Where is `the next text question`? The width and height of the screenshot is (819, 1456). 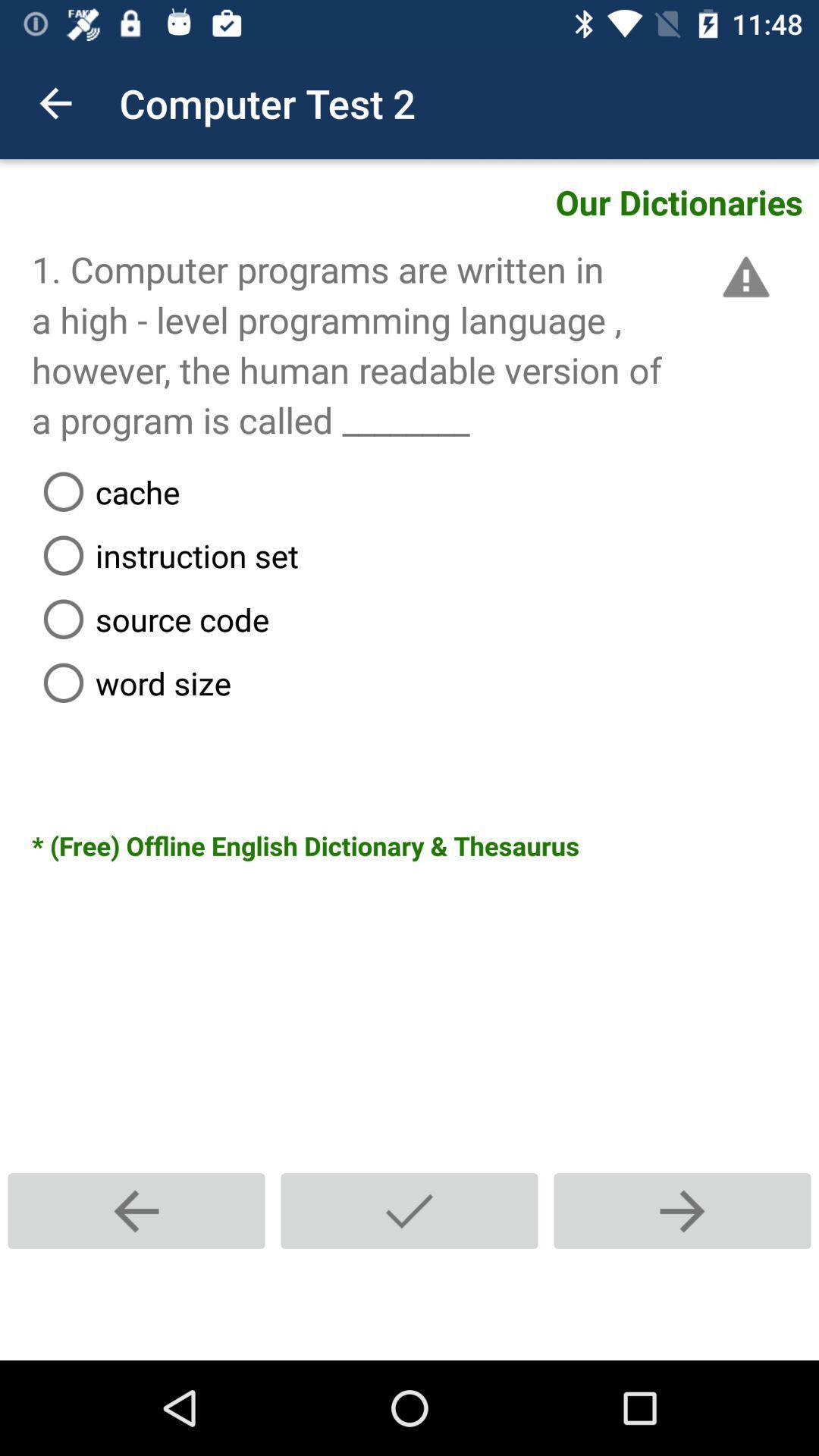
the next text question is located at coordinates (681, 1210).